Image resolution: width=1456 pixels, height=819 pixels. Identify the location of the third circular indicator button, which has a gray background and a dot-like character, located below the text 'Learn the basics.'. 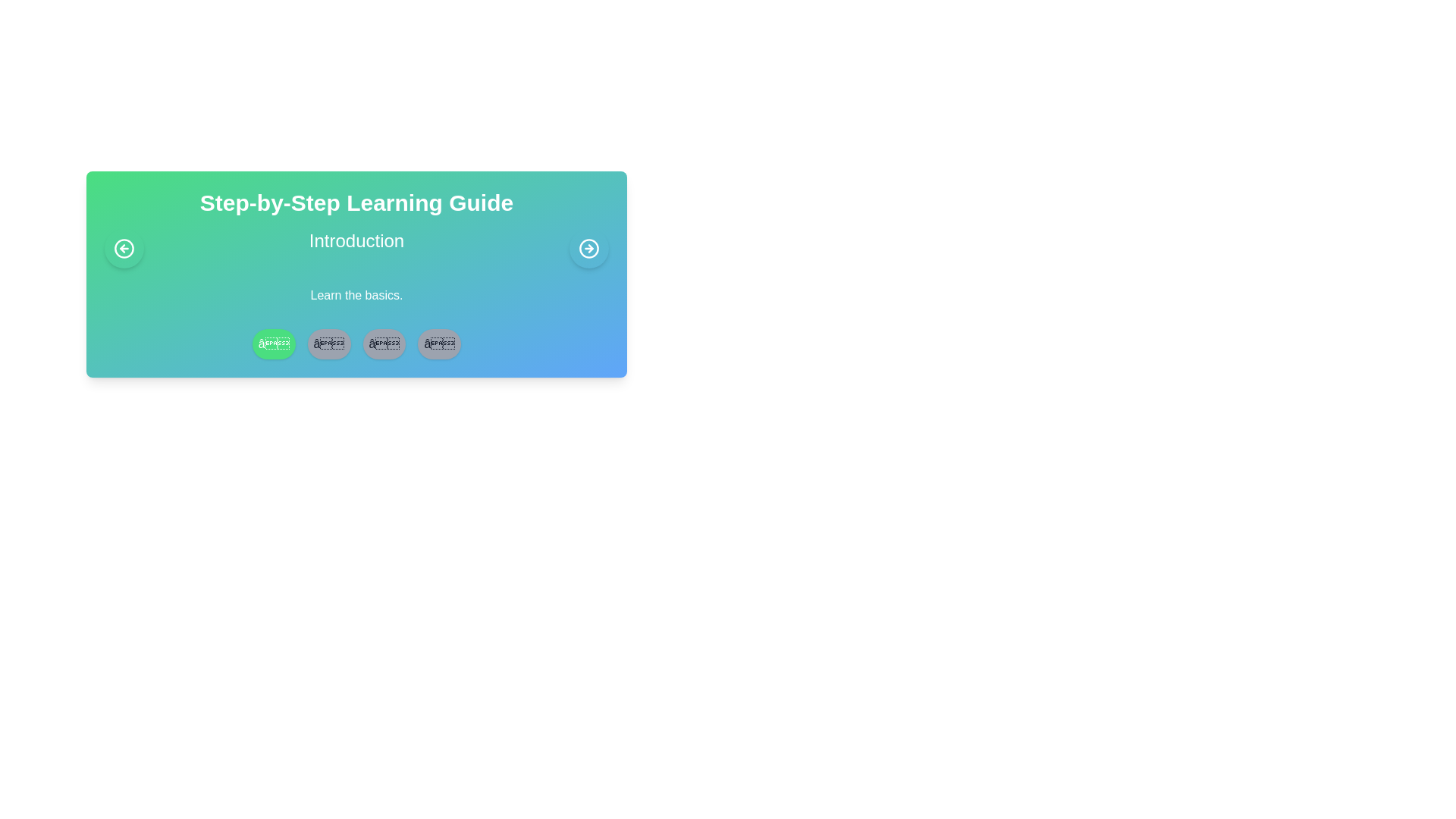
(384, 344).